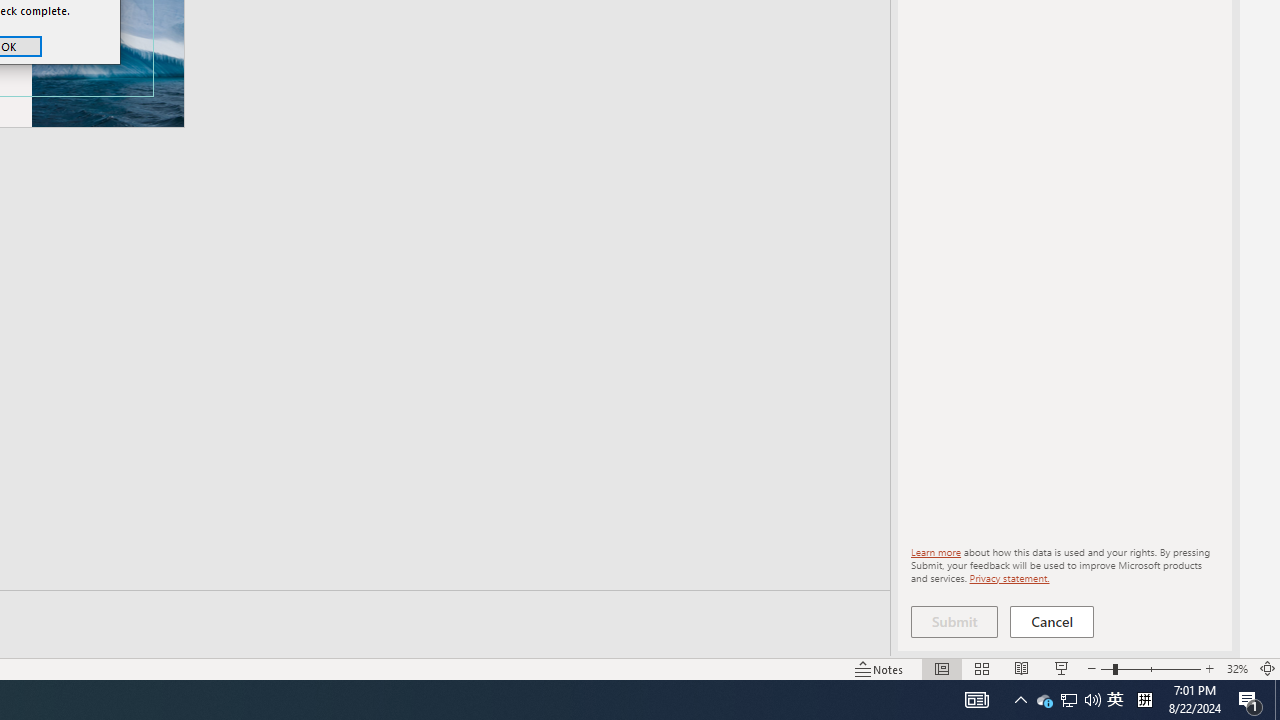  What do you see at coordinates (977, 698) in the screenshot?
I see `'AutomationID: 4105'` at bounding box center [977, 698].